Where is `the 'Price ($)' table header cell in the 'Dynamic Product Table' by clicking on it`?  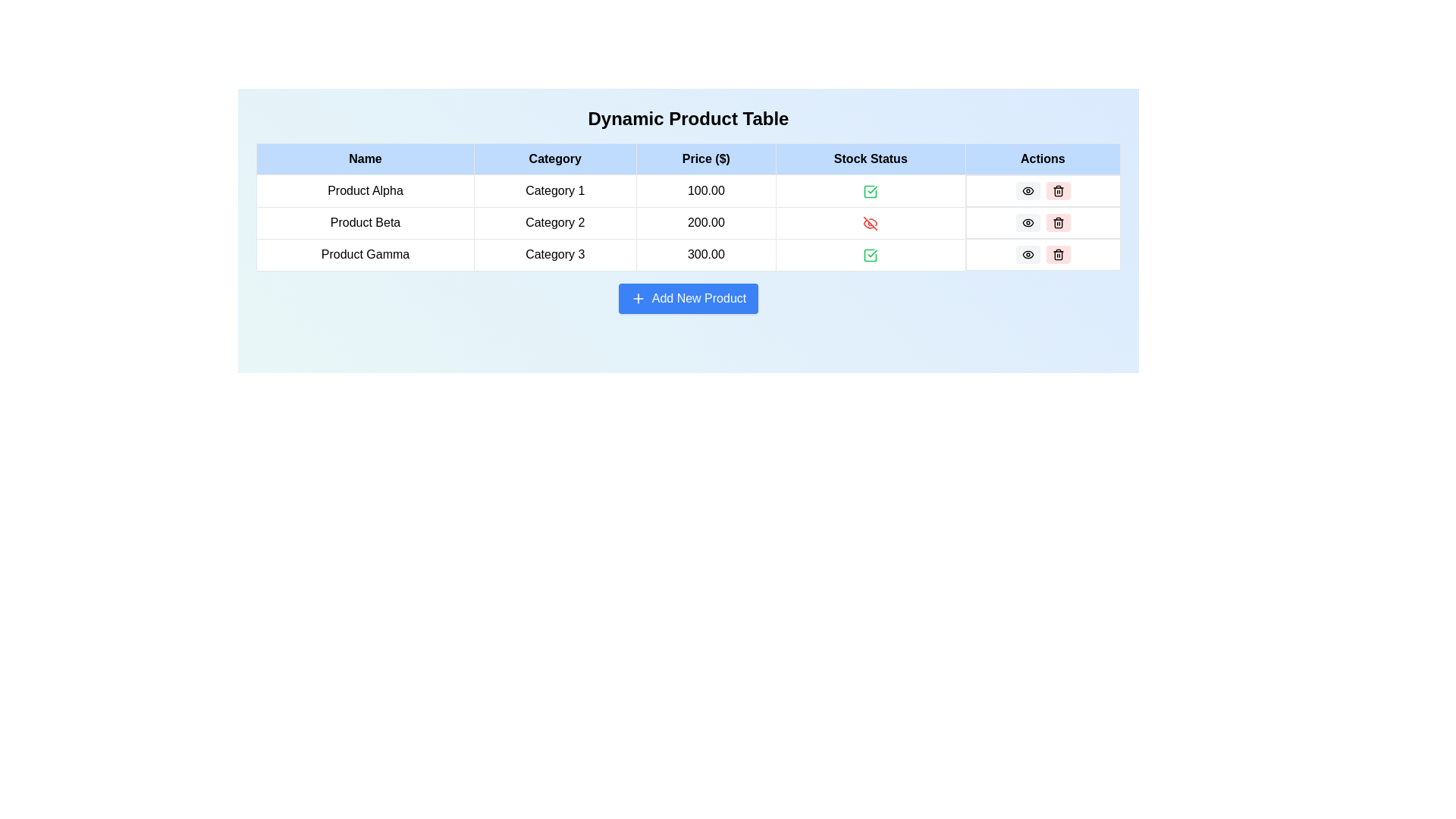
the 'Price ($)' table header cell in the 'Dynamic Product Table' by clicking on it is located at coordinates (705, 158).